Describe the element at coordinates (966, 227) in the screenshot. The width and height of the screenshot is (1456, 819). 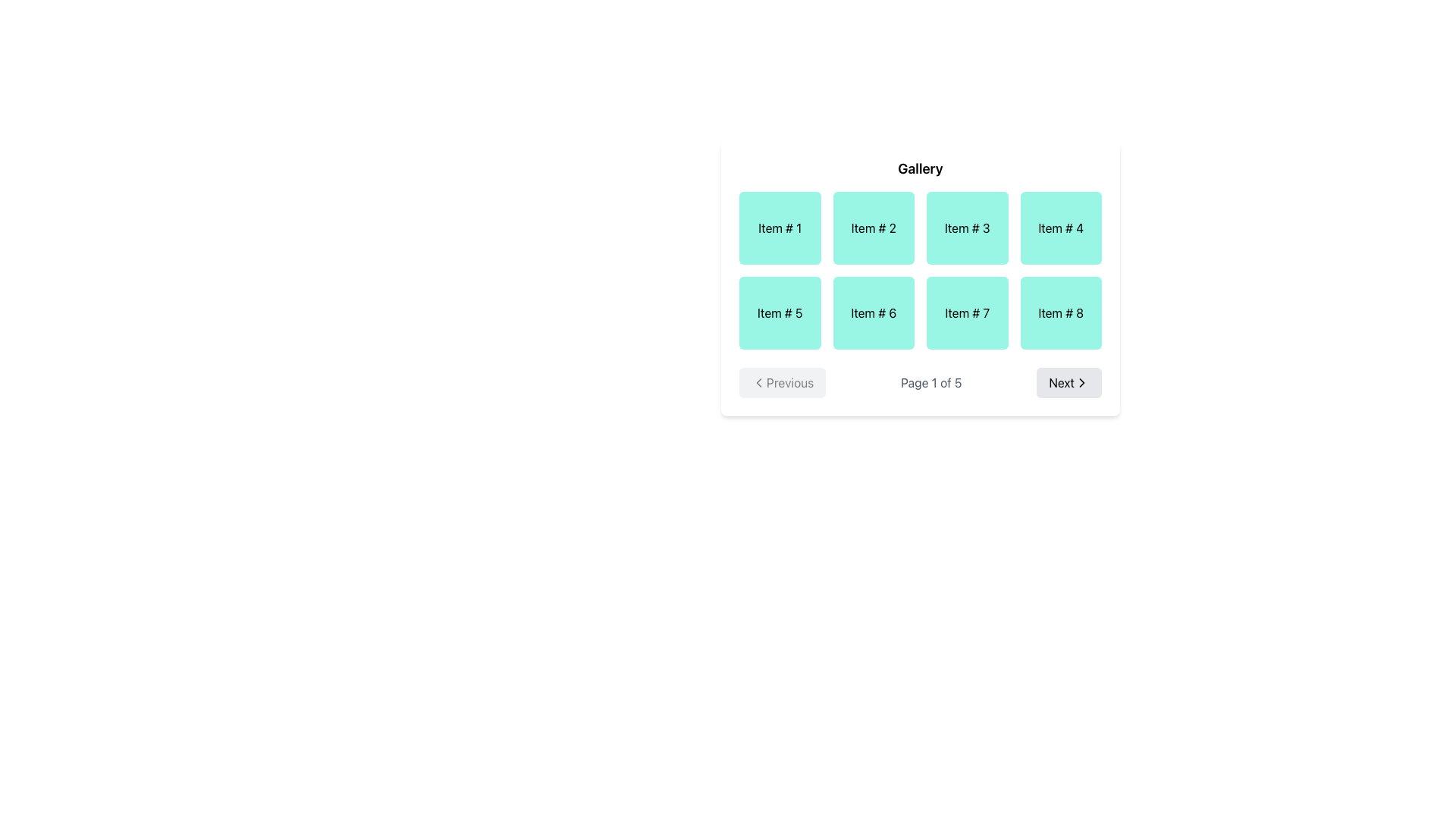
I see `the grid cell displaying 'Item # 3', located in the first row and third column of a 4x2 grid layout` at that location.